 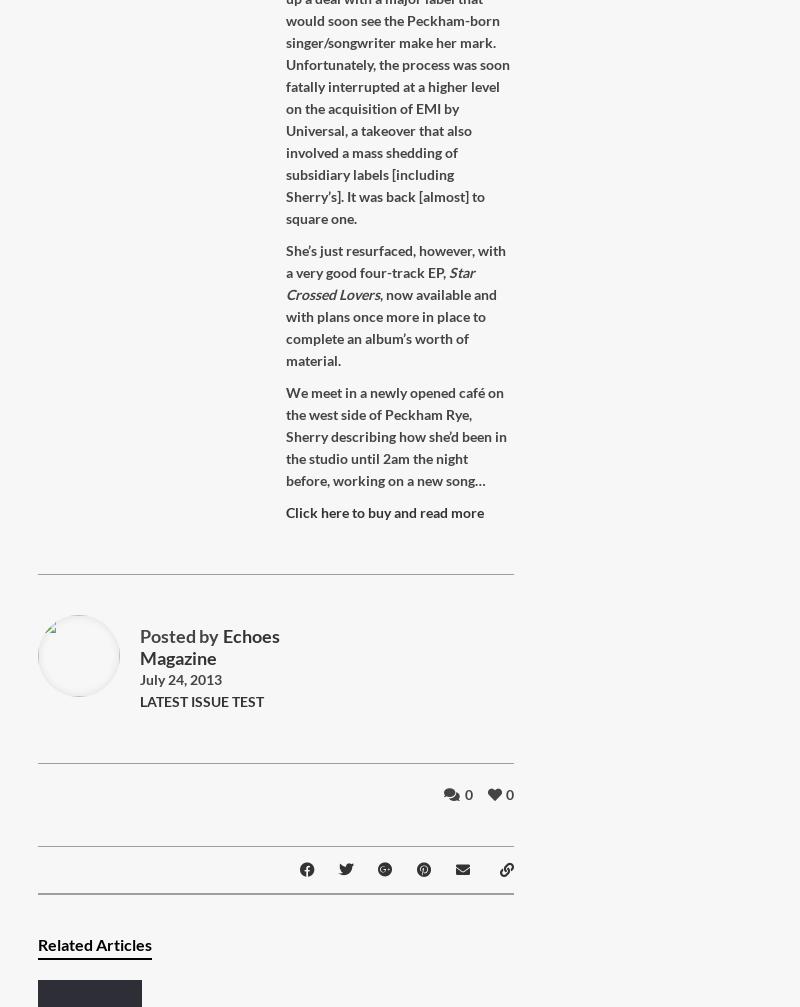 What do you see at coordinates (180, 678) in the screenshot?
I see `'July 24, 2013'` at bounding box center [180, 678].